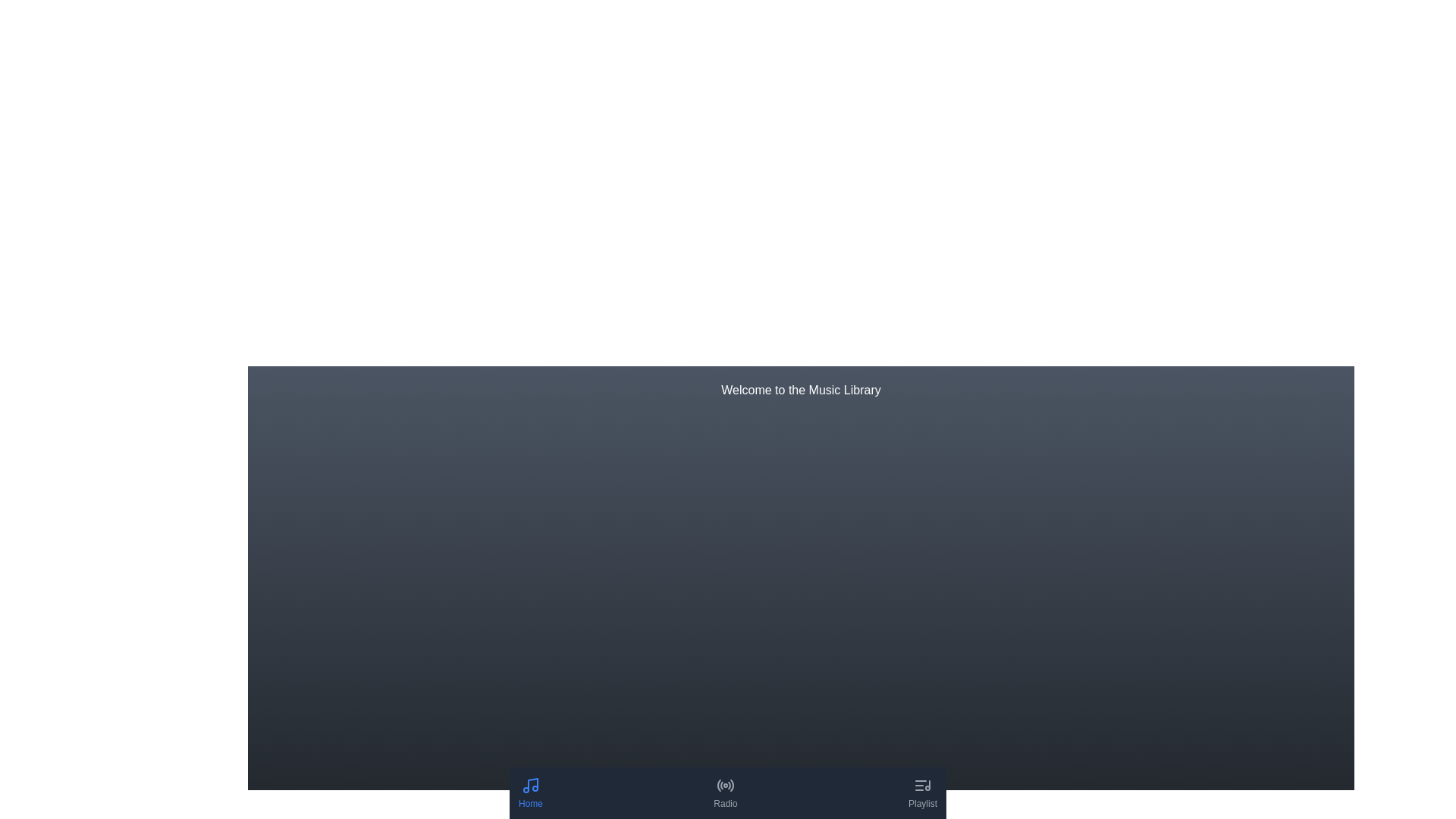  What do you see at coordinates (724, 792) in the screenshot?
I see `the navigational shortcut button for the 'Radio' section located in the bottom navigation bar` at bounding box center [724, 792].